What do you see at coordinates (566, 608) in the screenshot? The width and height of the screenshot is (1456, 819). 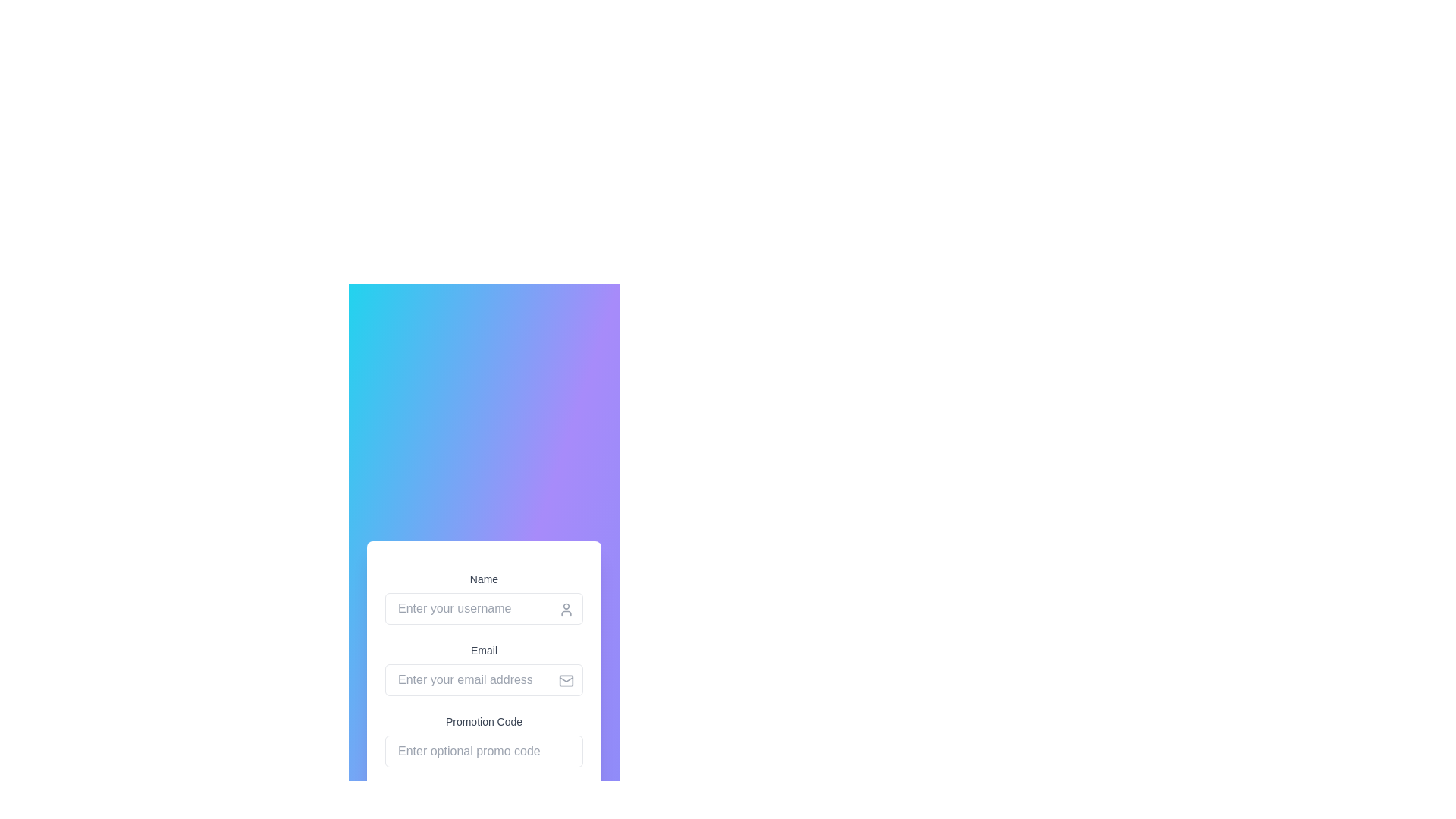 I see `the decorative icon that visually indicates the purpose of the adjacent input field for entering a username, located at the top-right section of the input box` at bounding box center [566, 608].